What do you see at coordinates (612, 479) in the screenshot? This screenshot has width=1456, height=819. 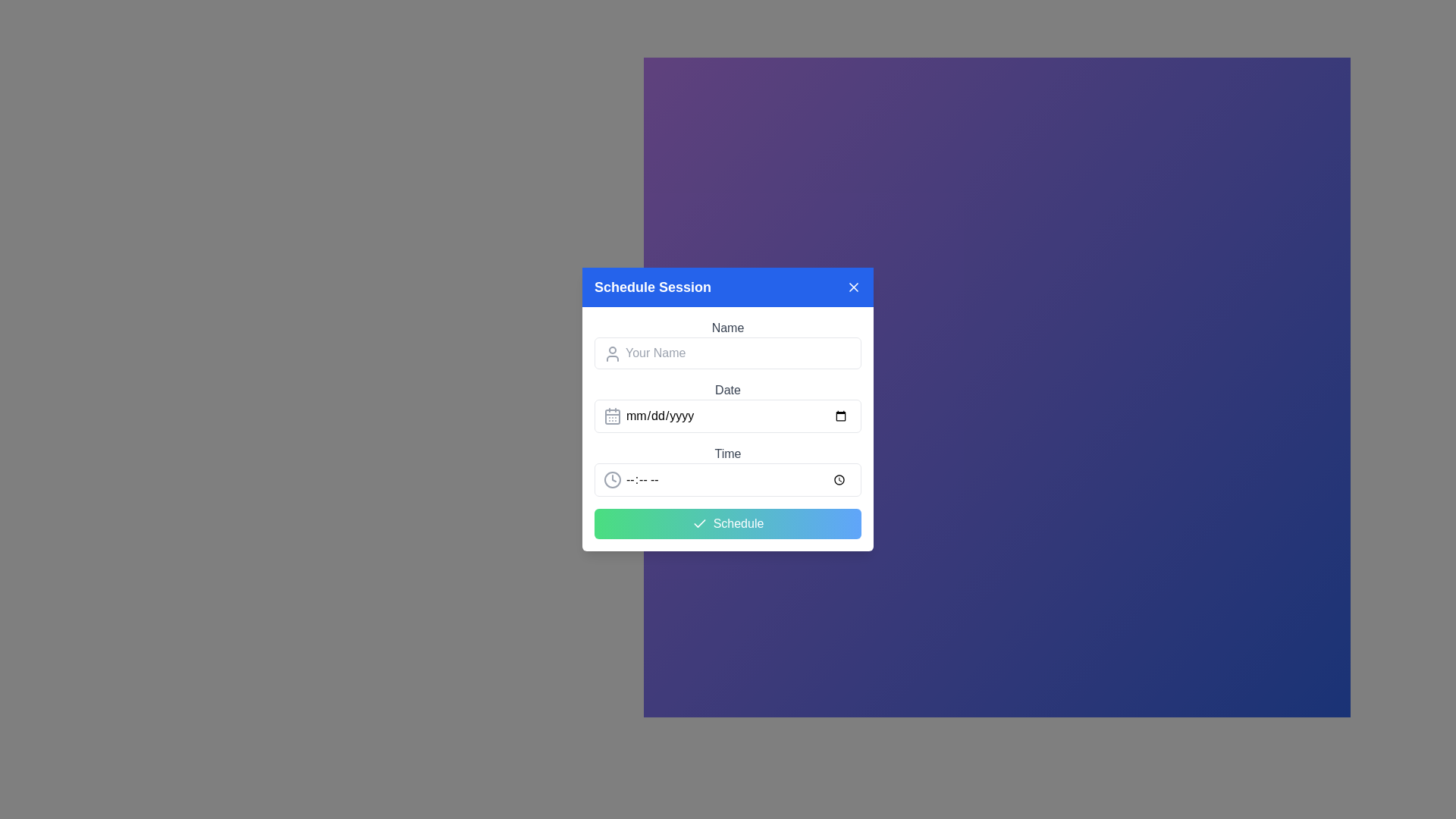 I see `the decorative SVG circular outline element that is part of the clock icon in the 'Schedule Session' dialog, adjacent to the time input field placeholder '--:-- --'` at bounding box center [612, 479].